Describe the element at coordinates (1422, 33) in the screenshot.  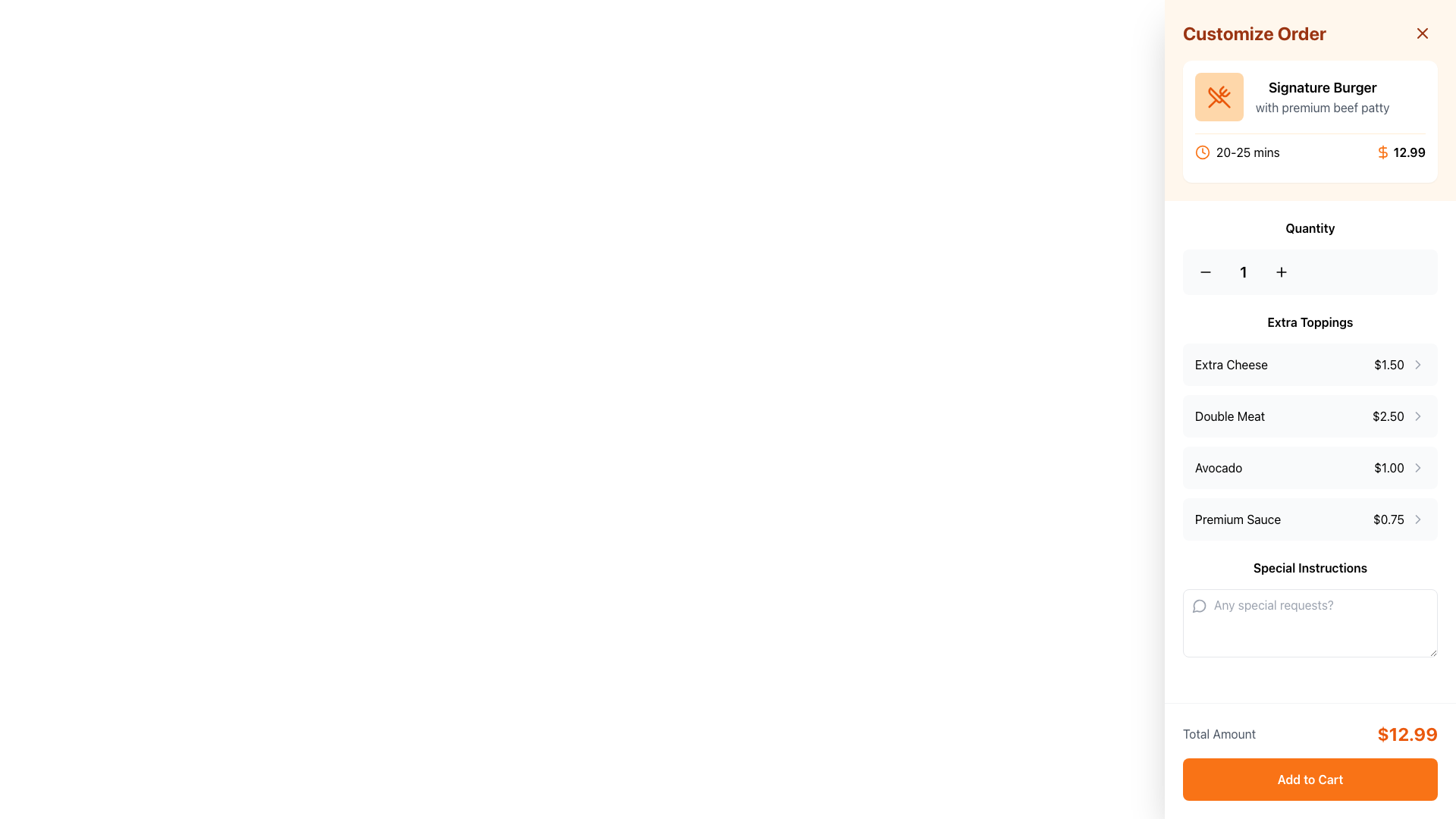
I see `the close or cancel icon button located in the top-right corner of the 'Customize Order' card interface` at that location.